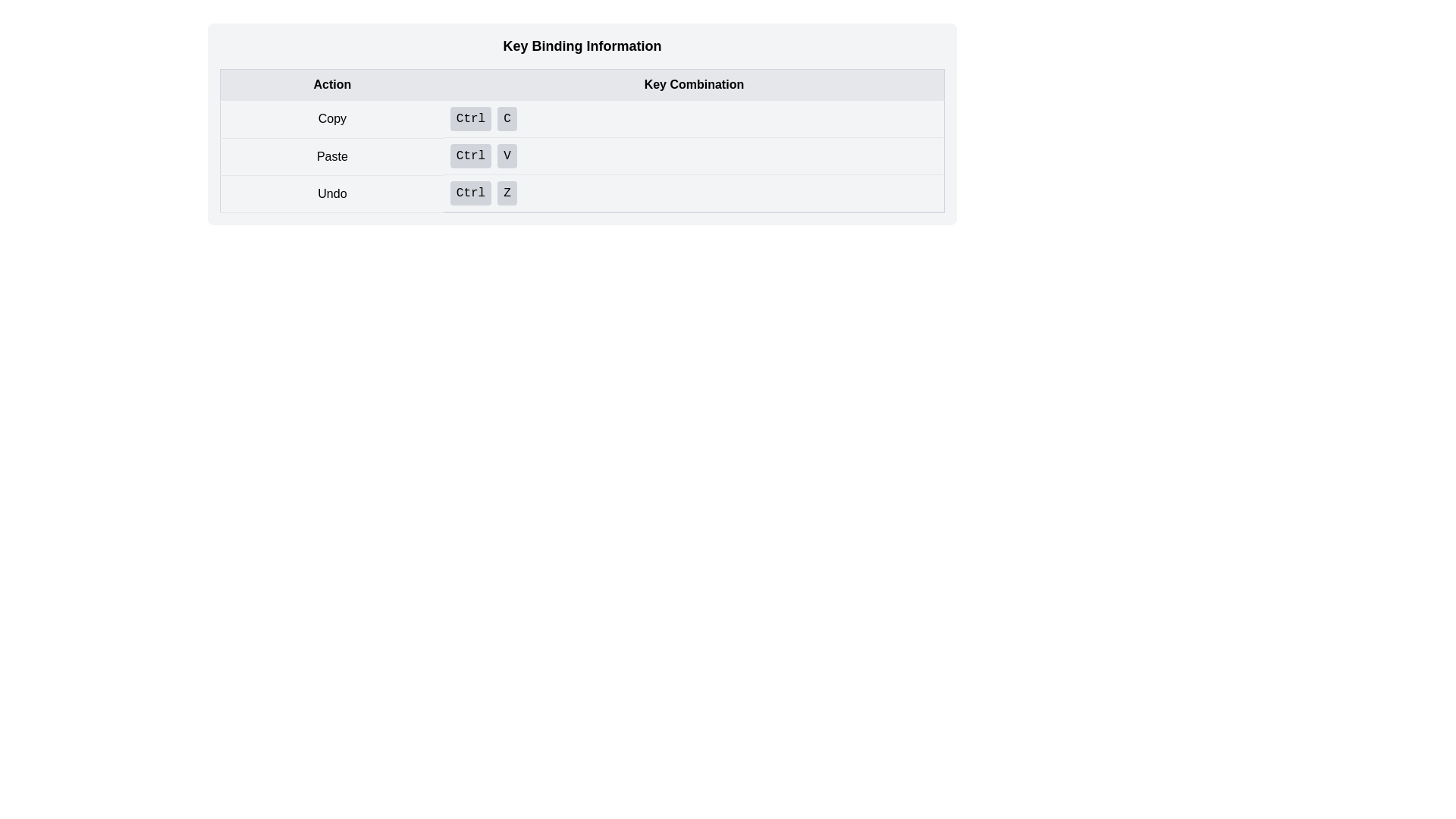 Image resolution: width=1456 pixels, height=819 pixels. Describe the element at coordinates (507, 118) in the screenshot. I see `the interactive key indicator representing the action key 'C' in the 'Copy' command located in the second column of the 'Copy' row within the 'Key Binding Information' table` at that location.